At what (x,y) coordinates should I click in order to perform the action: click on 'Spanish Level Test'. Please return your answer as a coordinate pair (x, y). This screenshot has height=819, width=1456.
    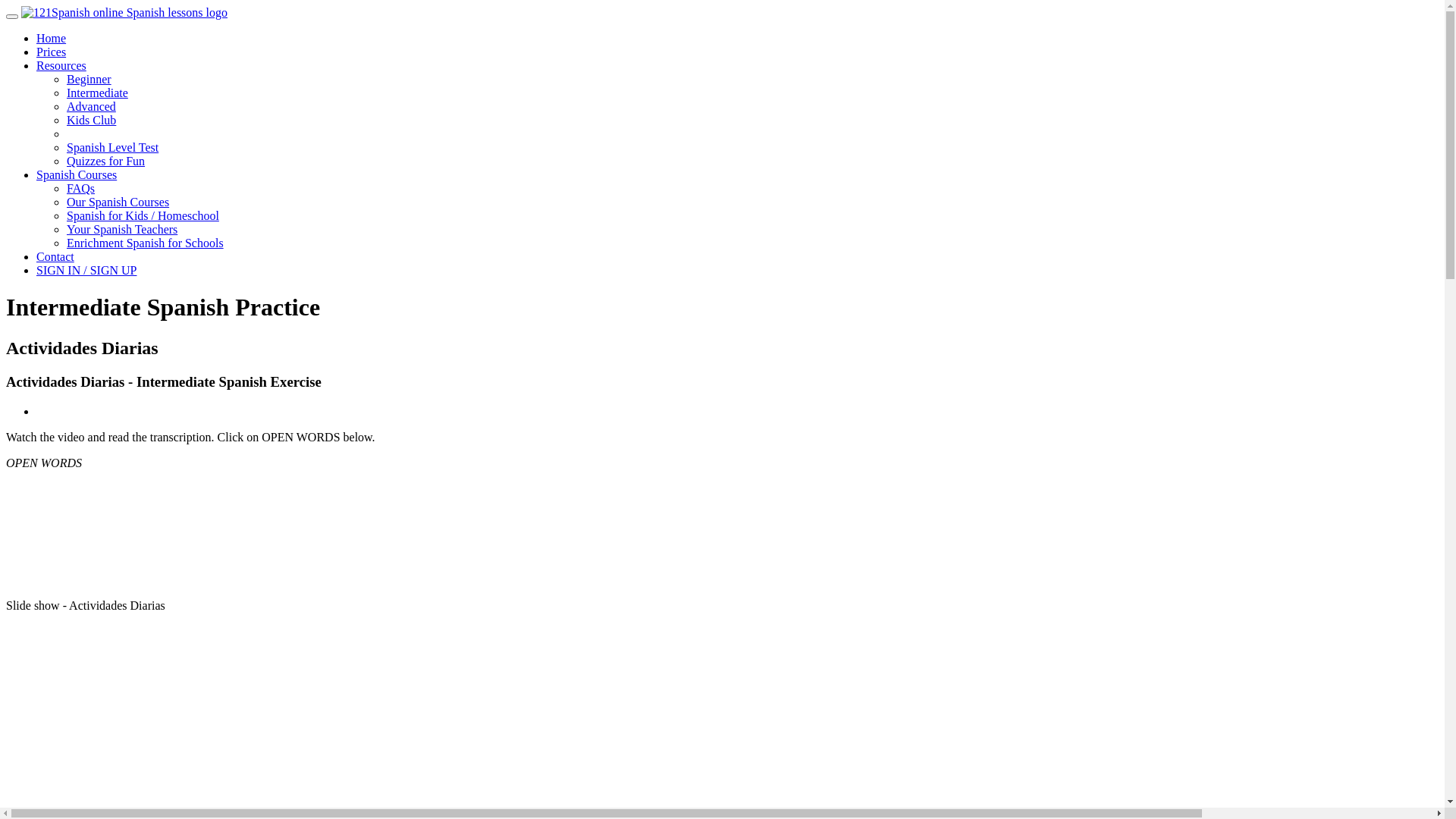
    Looking at the image, I should click on (111, 147).